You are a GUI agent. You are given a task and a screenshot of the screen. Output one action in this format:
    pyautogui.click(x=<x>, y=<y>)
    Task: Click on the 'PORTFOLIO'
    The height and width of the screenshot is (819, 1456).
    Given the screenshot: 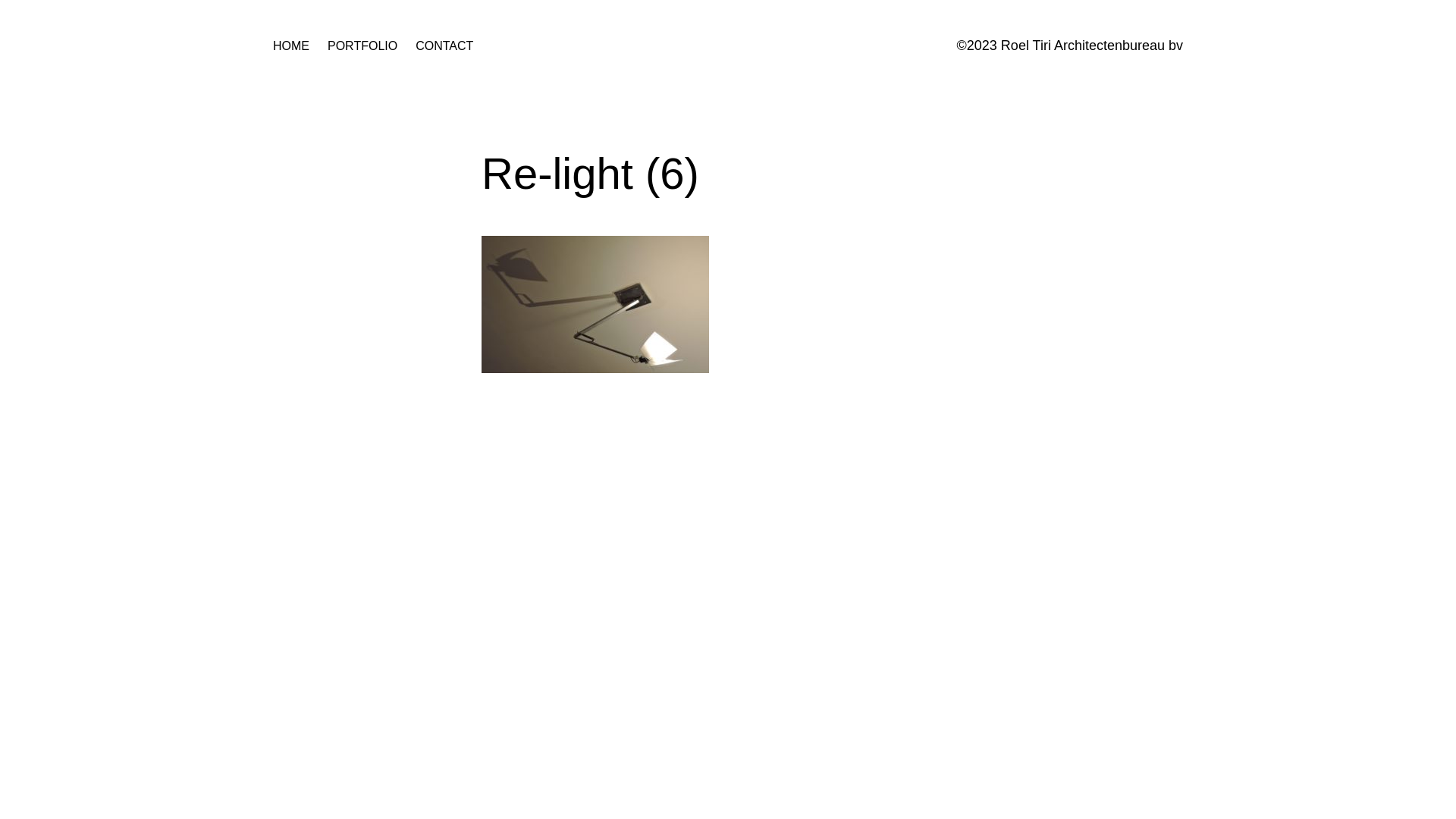 What is the action you would take?
    pyautogui.click(x=362, y=45)
    